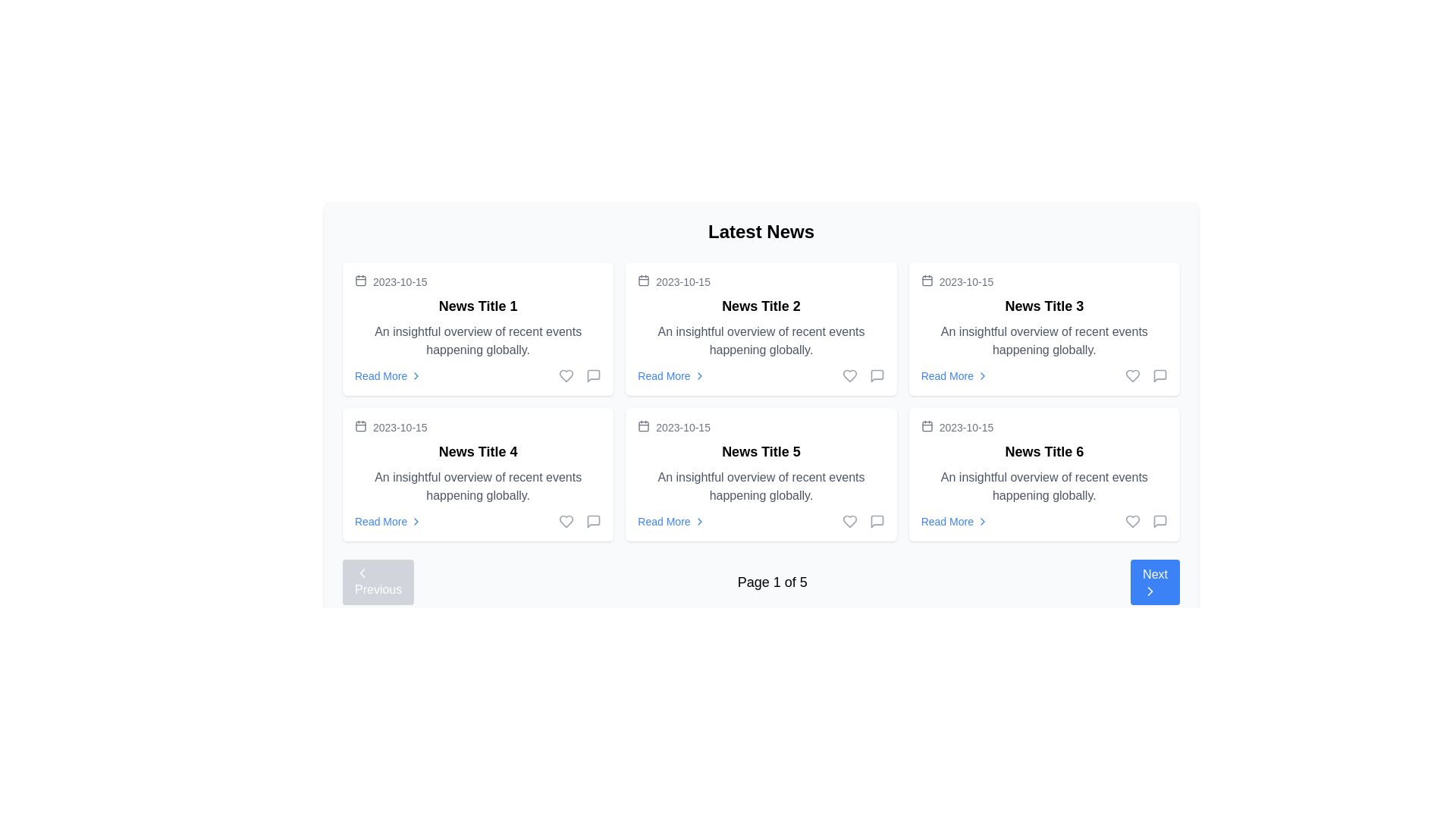 The width and height of the screenshot is (1456, 819). I want to click on the 'Read More' link text within the 'News Title 3' card, so click(946, 375).